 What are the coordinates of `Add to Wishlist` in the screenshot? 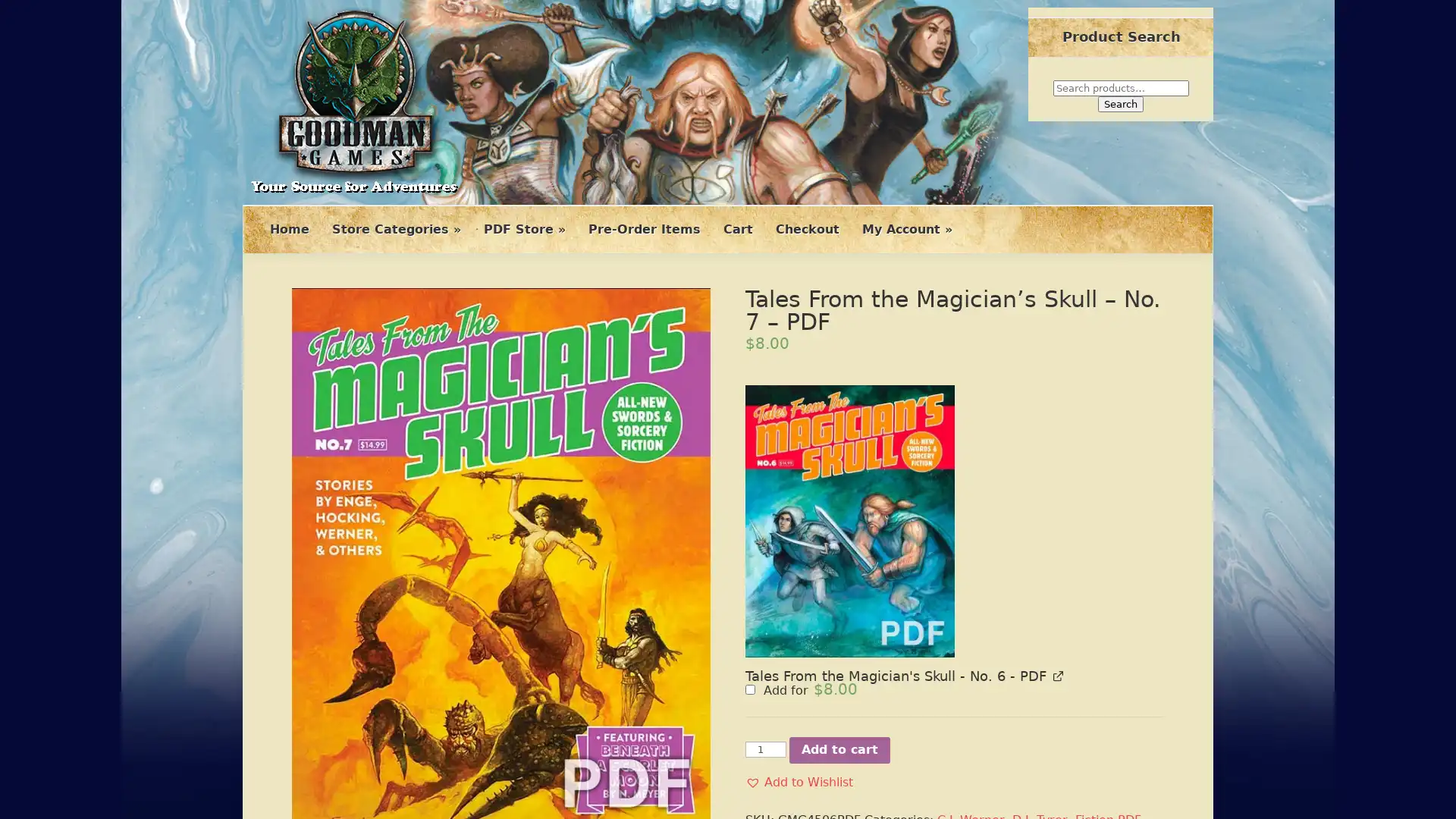 It's located at (799, 579).